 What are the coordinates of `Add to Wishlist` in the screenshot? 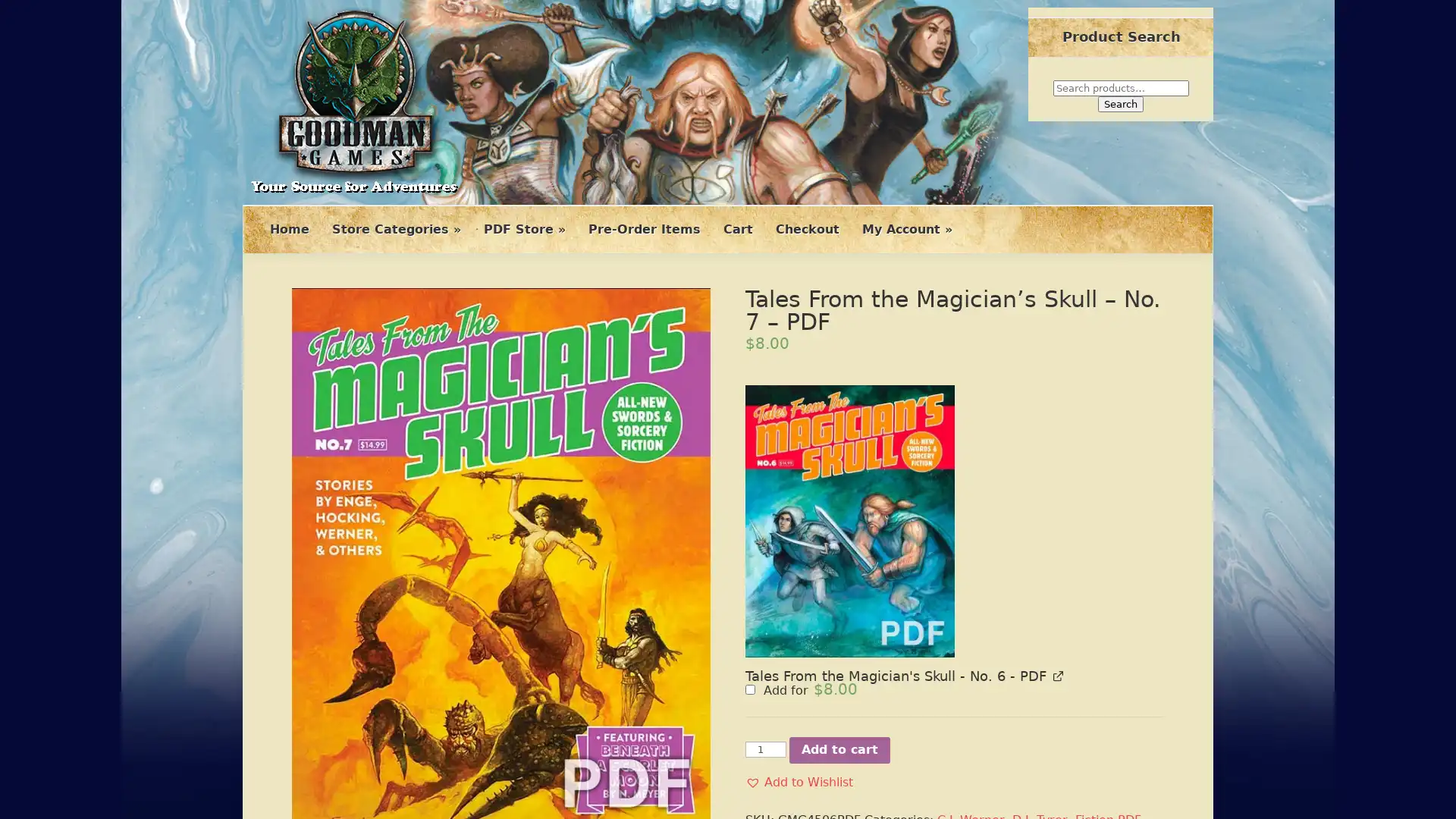 It's located at (799, 579).